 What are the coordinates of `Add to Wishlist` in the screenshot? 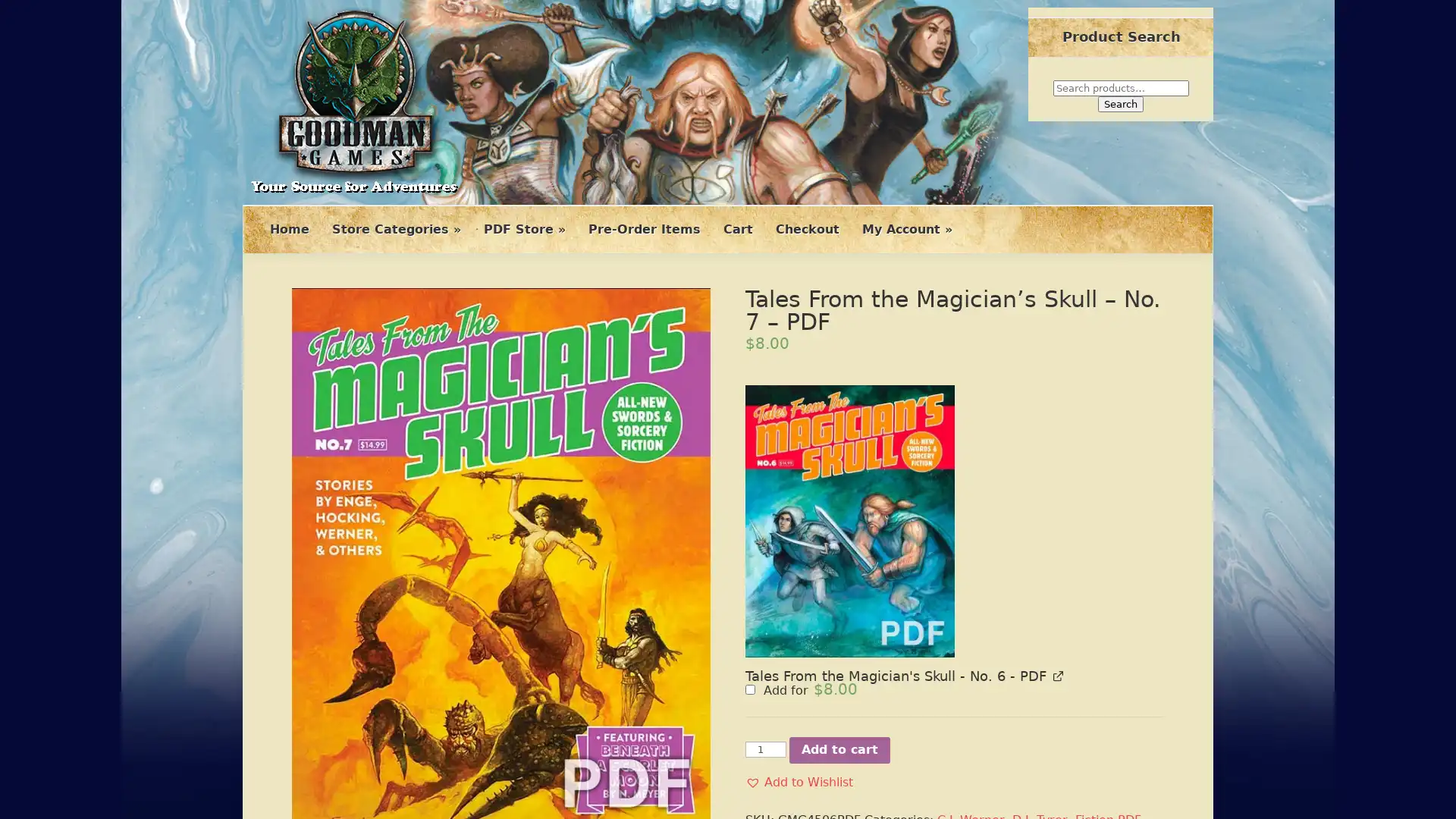 It's located at (799, 579).